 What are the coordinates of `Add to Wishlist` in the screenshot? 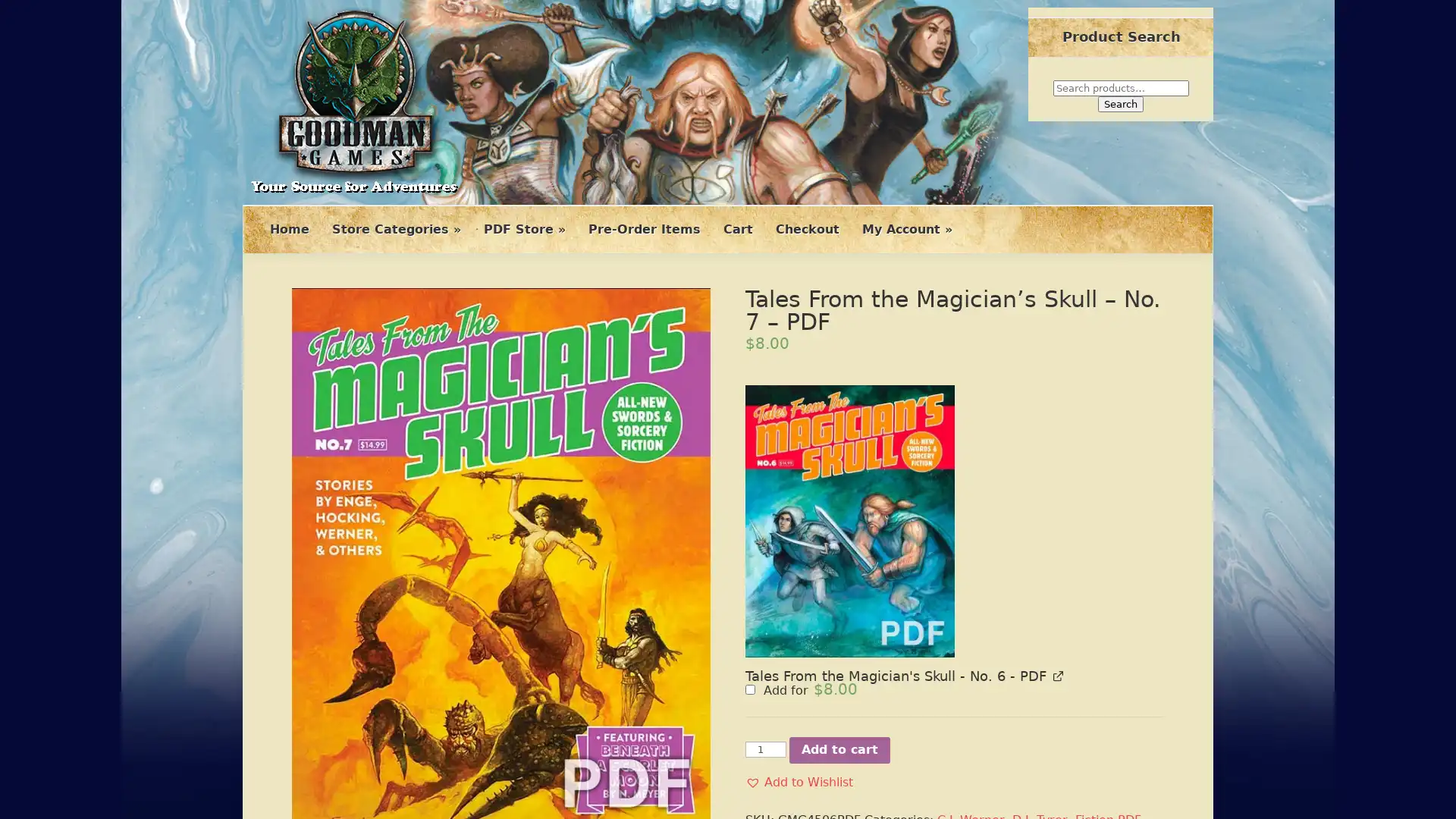 It's located at (799, 579).